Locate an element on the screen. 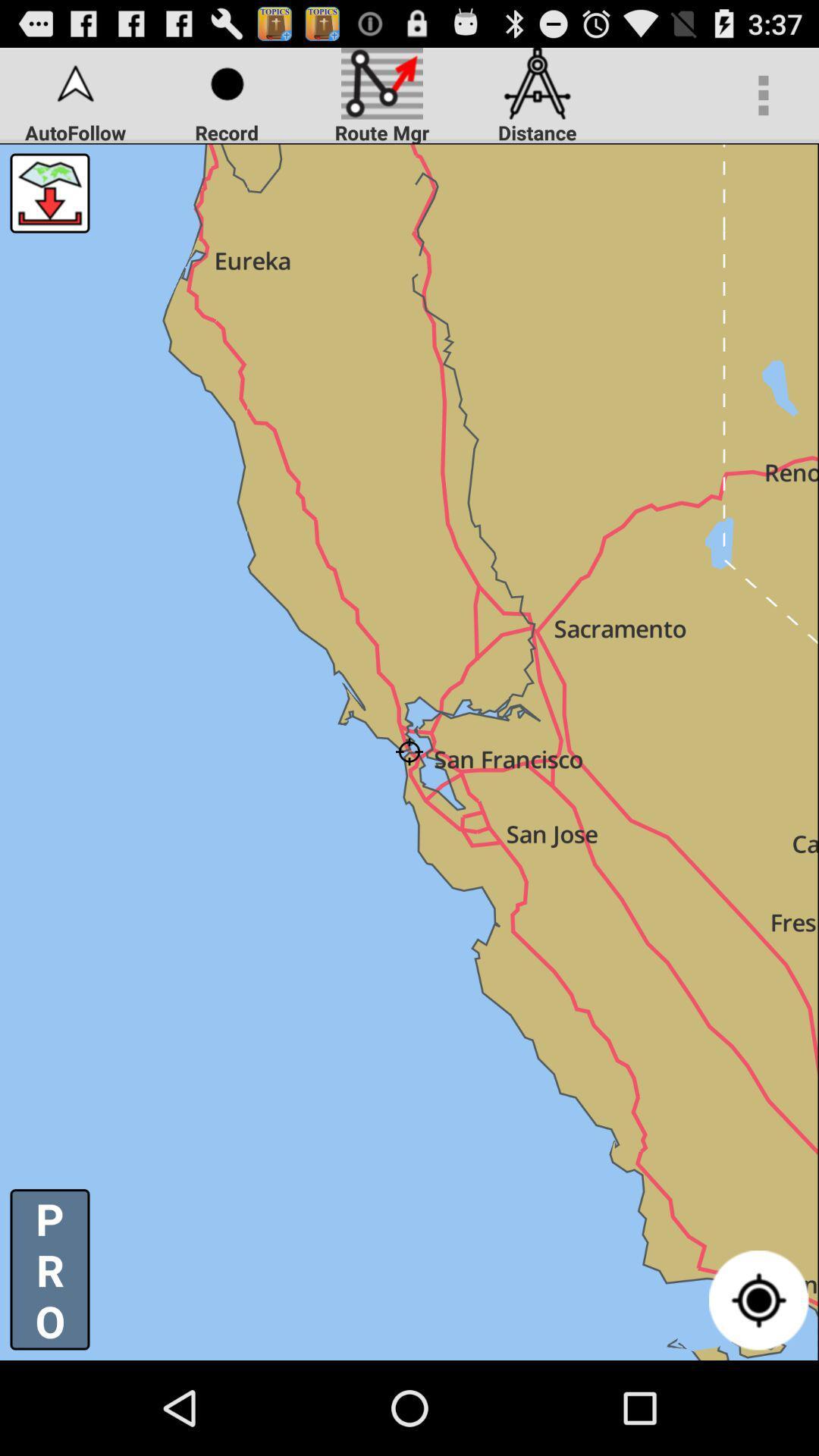 This screenshot has height=1456, width=819. enable location tracking is located at coordinates (758, 1299).